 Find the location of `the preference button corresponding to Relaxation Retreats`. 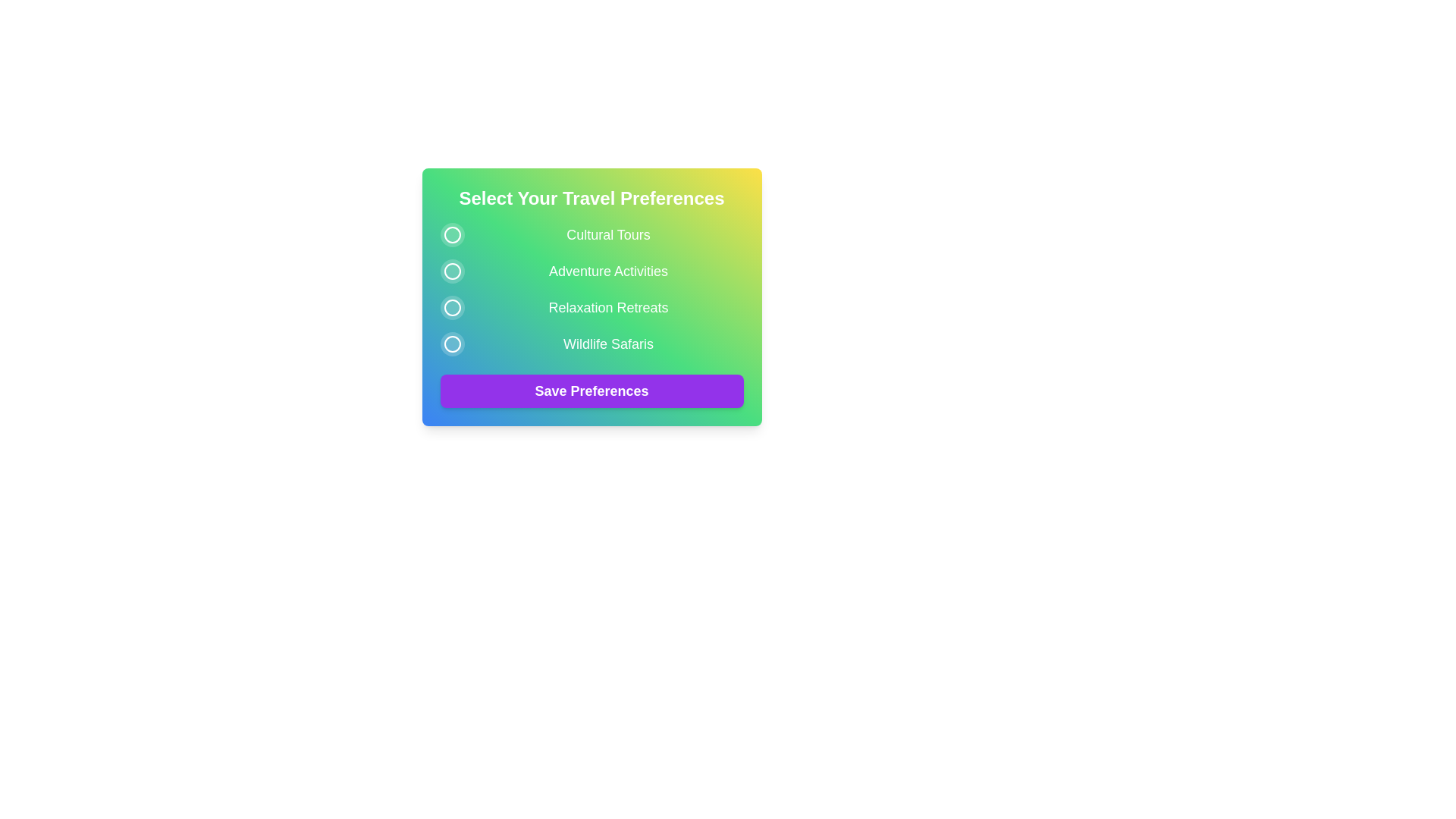

the preference button corresponding to Relaxation Retreats is located at coordinates (451, 307).